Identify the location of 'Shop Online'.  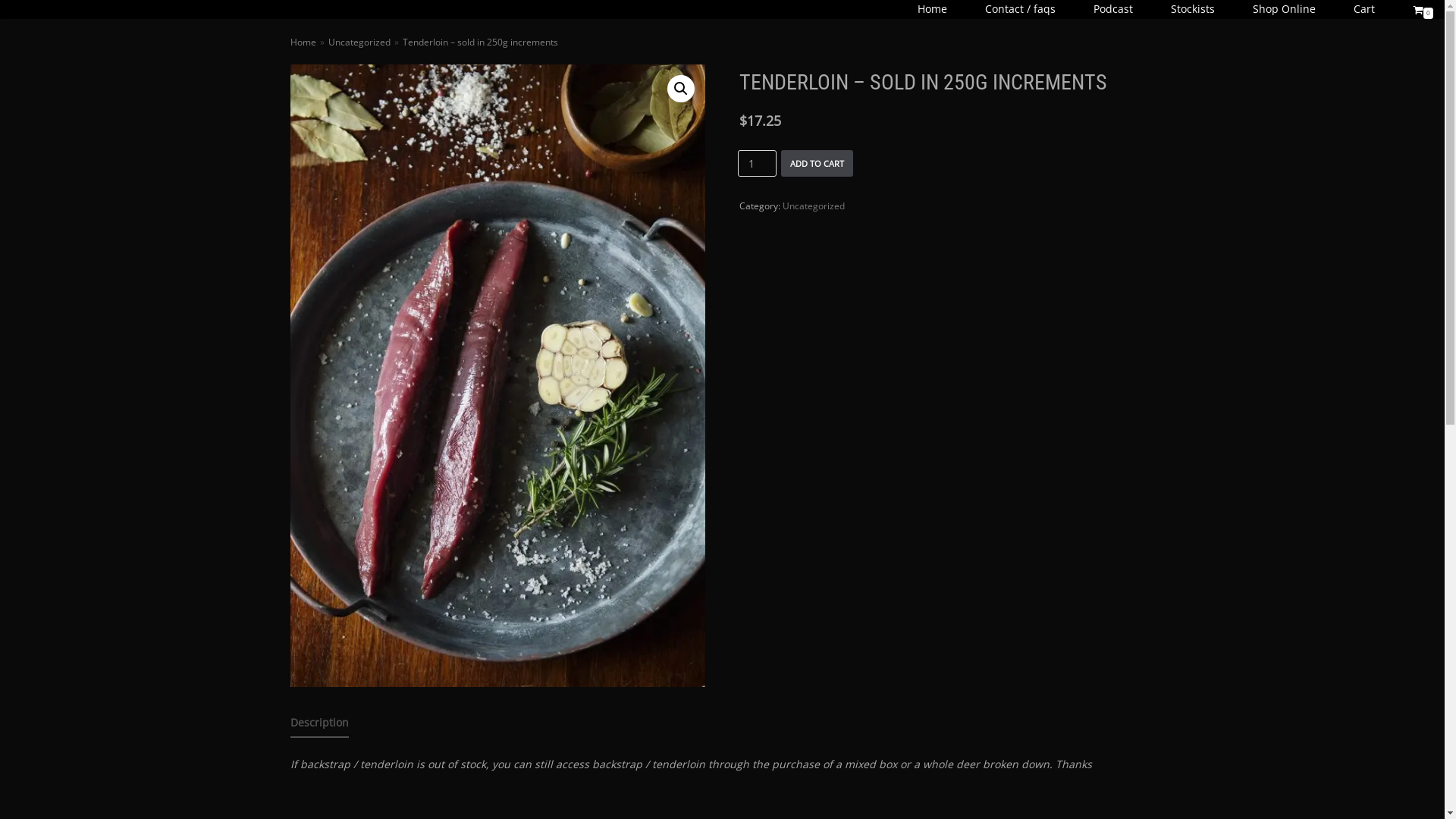
(1283, 9).